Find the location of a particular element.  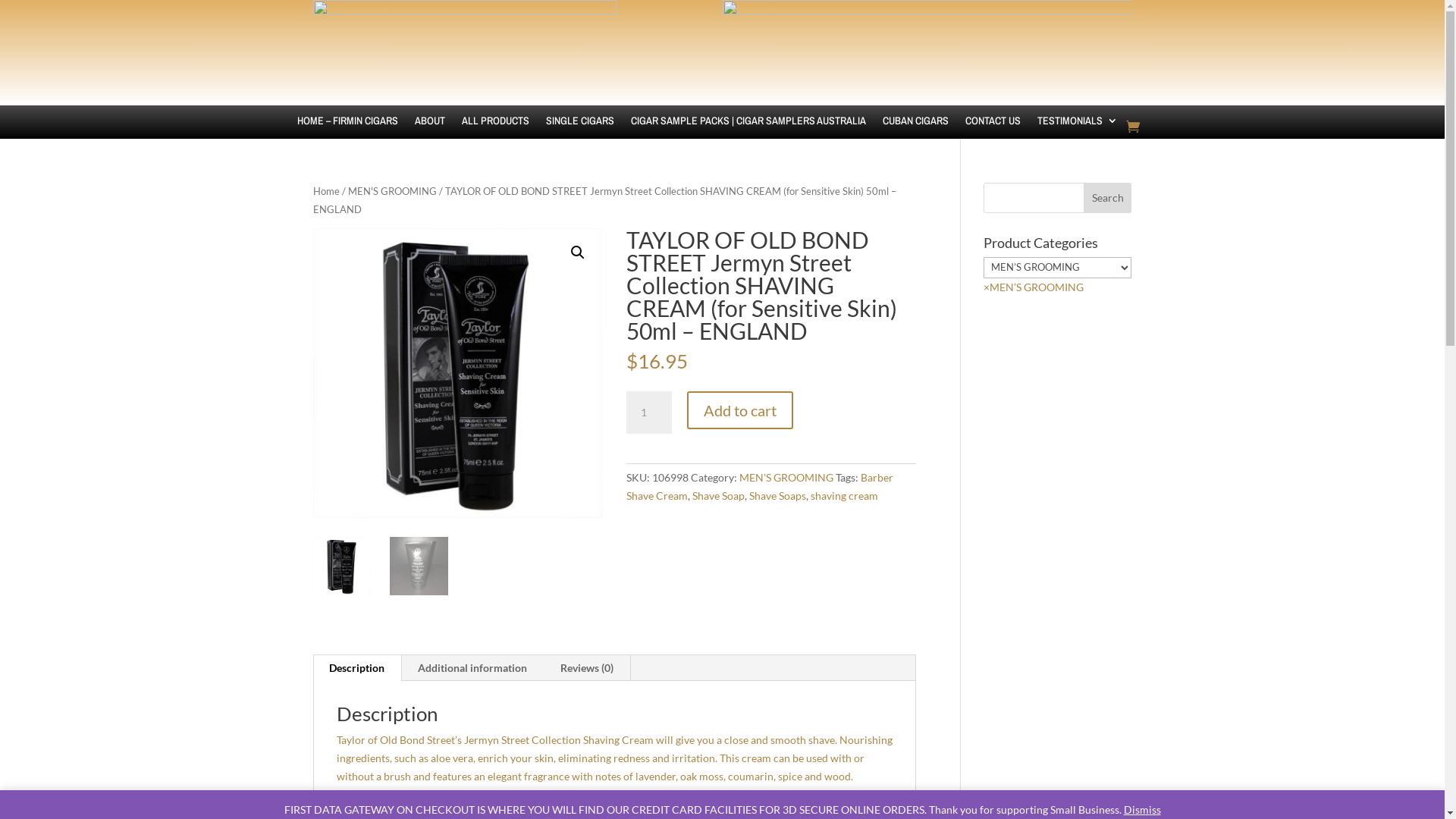

'Home' is located at coordinates (325, 190).